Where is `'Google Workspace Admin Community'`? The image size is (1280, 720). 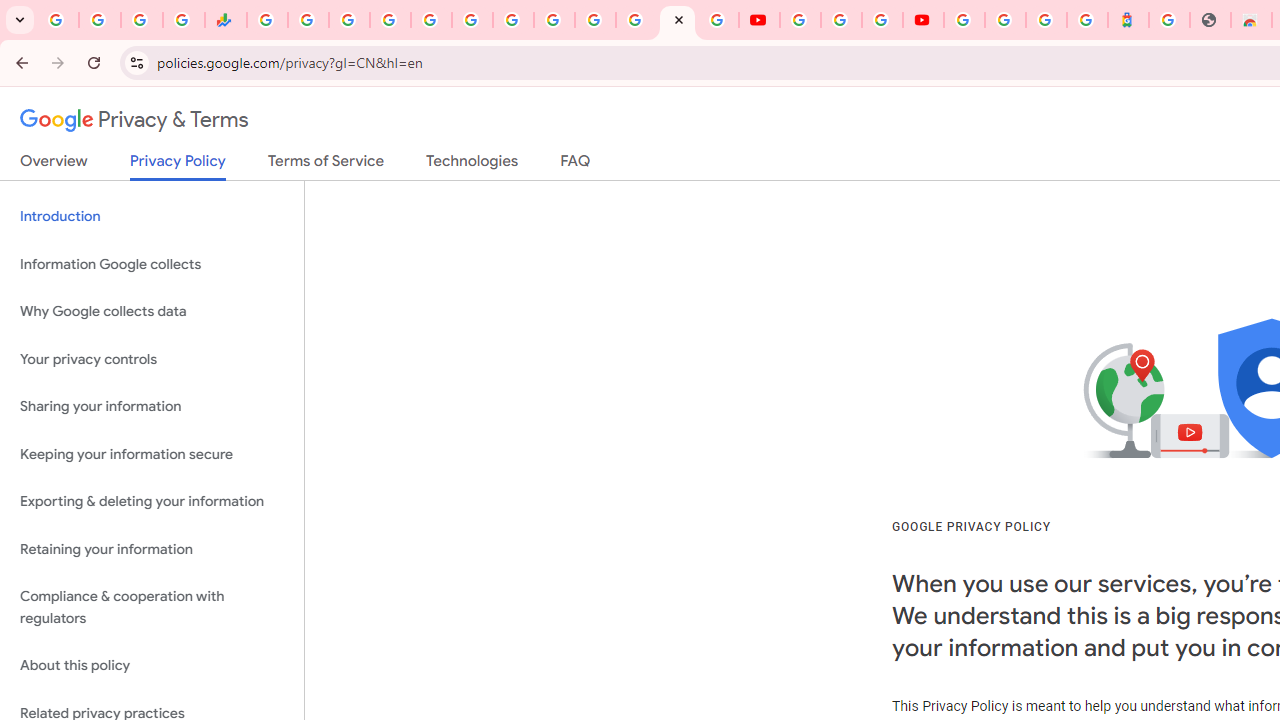 'Google Workspace Admin Community' is located at coordinates (58, 20).